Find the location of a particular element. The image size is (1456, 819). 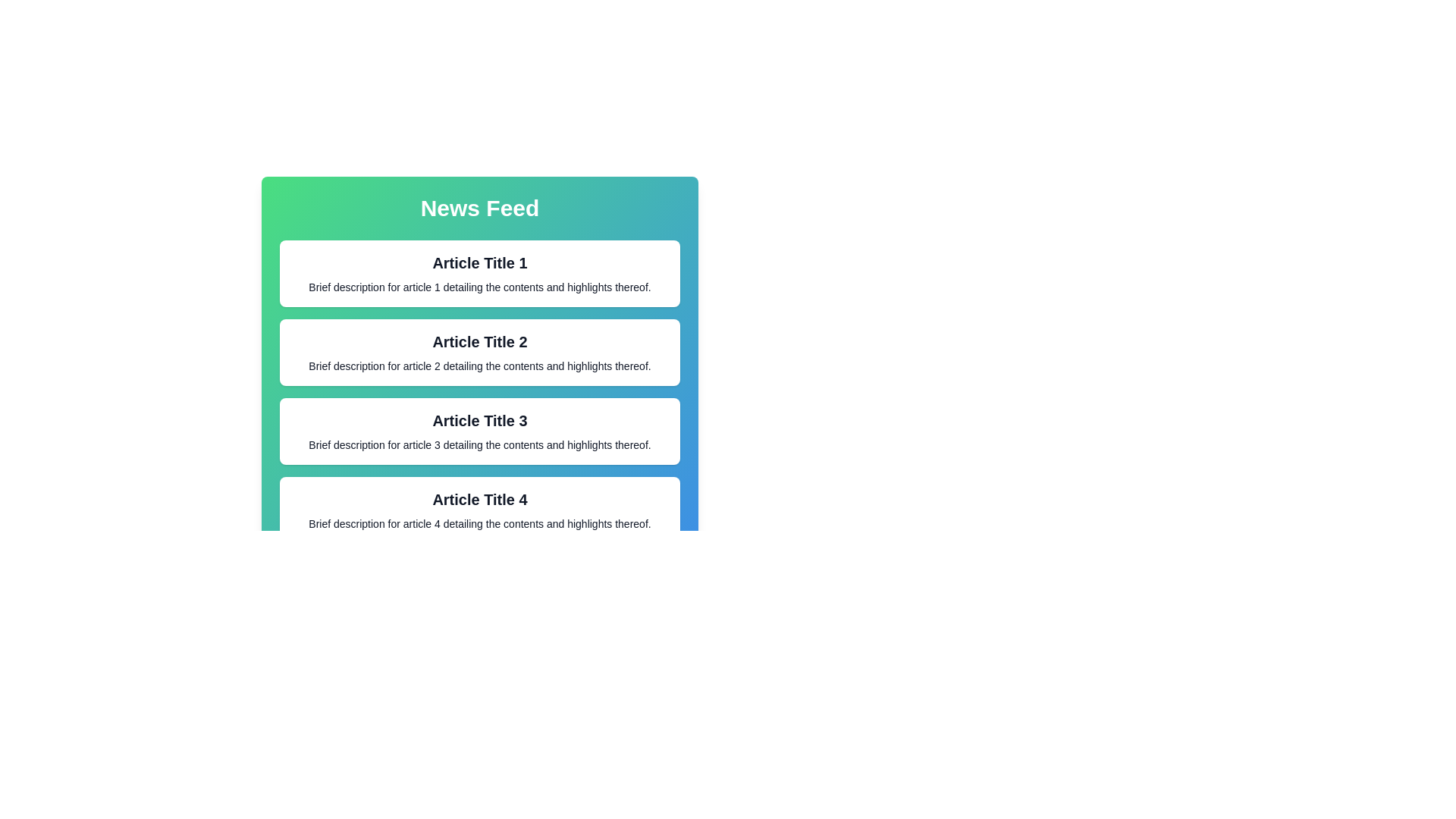

the article summary card, which is the third block in the vertical list of articles in the 'News Feed', positioned between 'Article Title 2' and 'Article Title 4' is located at coordinates (479, 431).